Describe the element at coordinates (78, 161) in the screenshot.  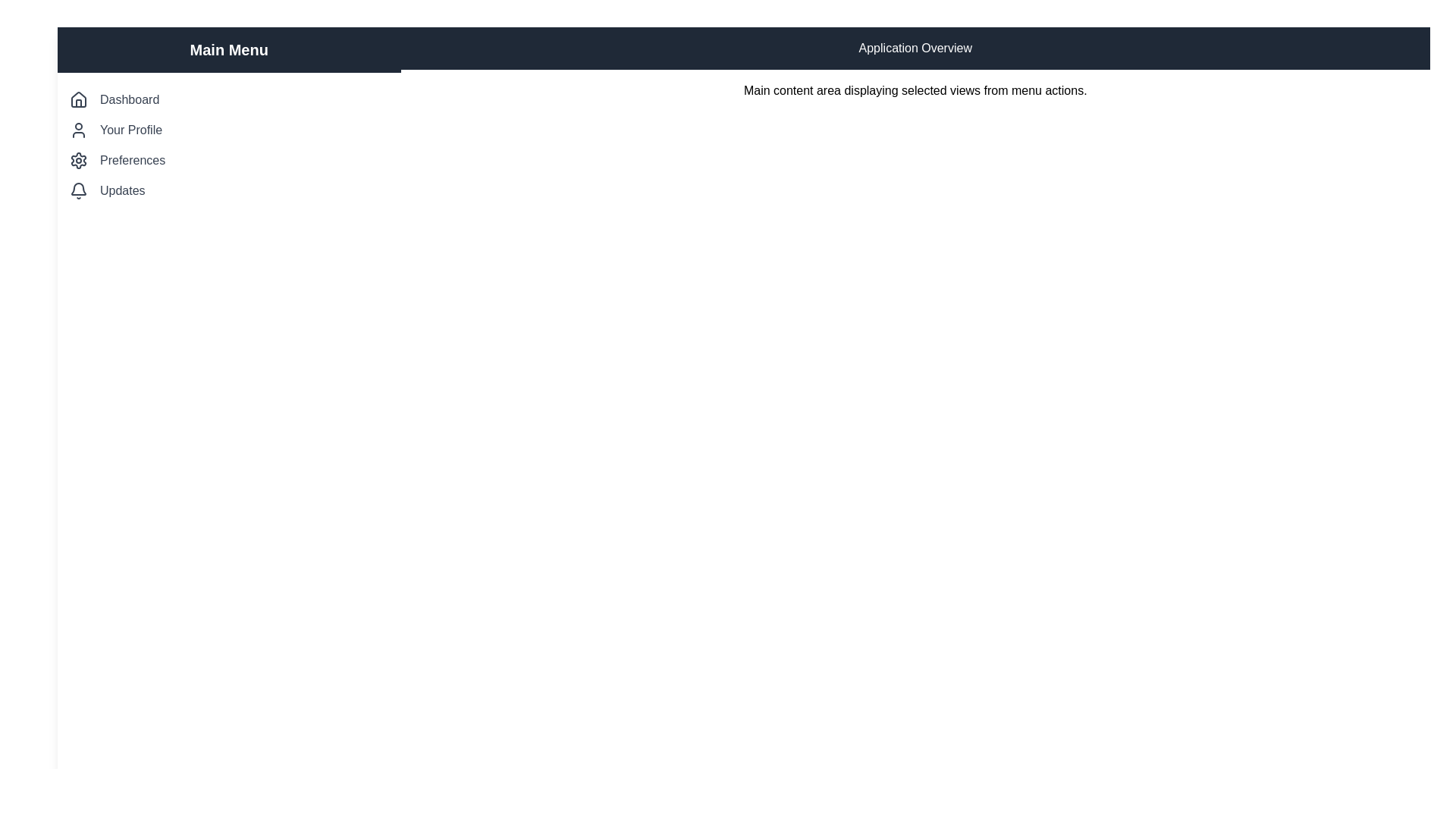
I see `the gear-like icon` at that location.